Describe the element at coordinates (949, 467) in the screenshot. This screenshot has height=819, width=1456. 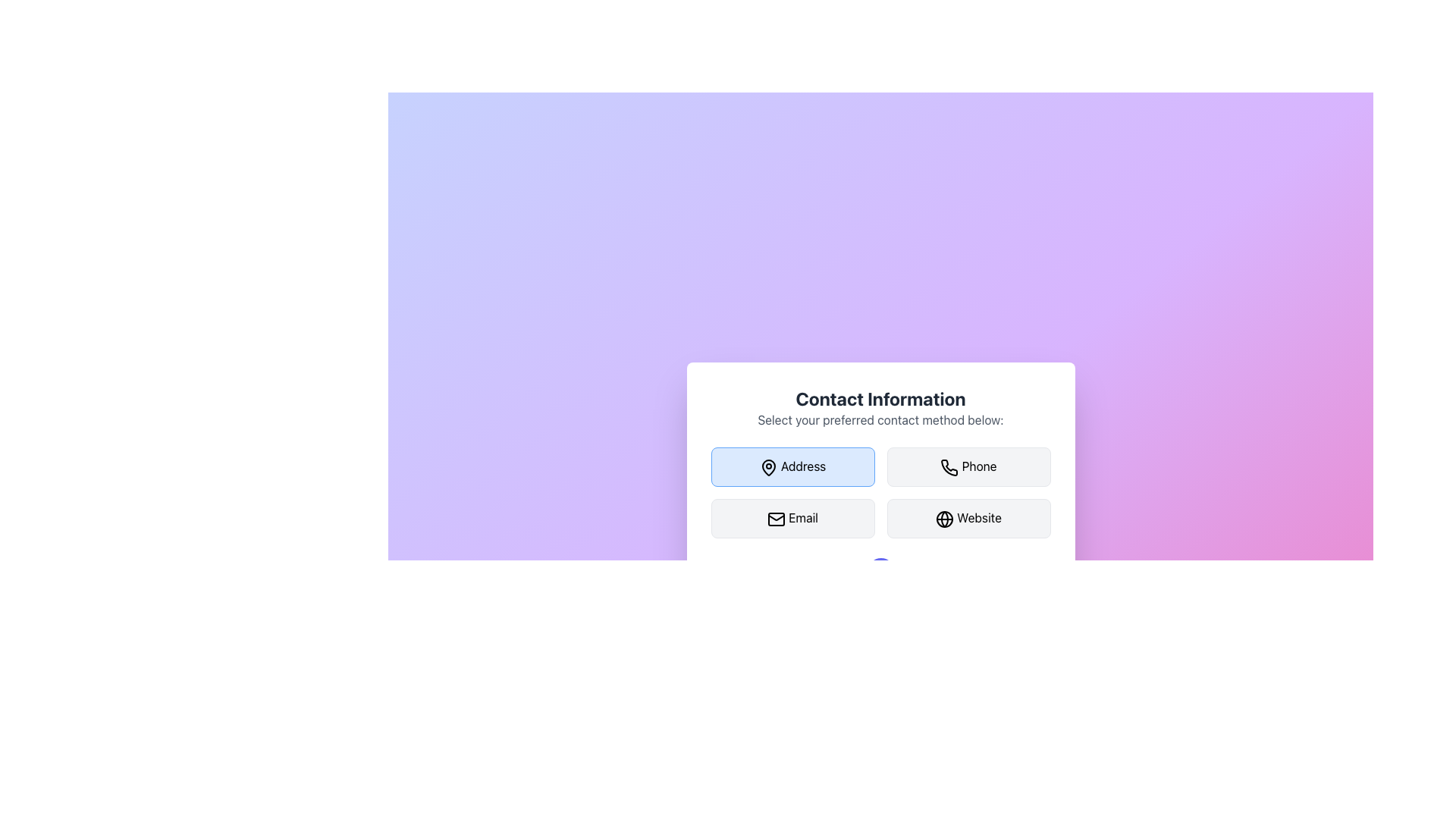
I see `the telephone handset icon located inside the 'Phone' button in the top-right corner of the card layout under 'Contact Information', if the button is interactive` at that location.